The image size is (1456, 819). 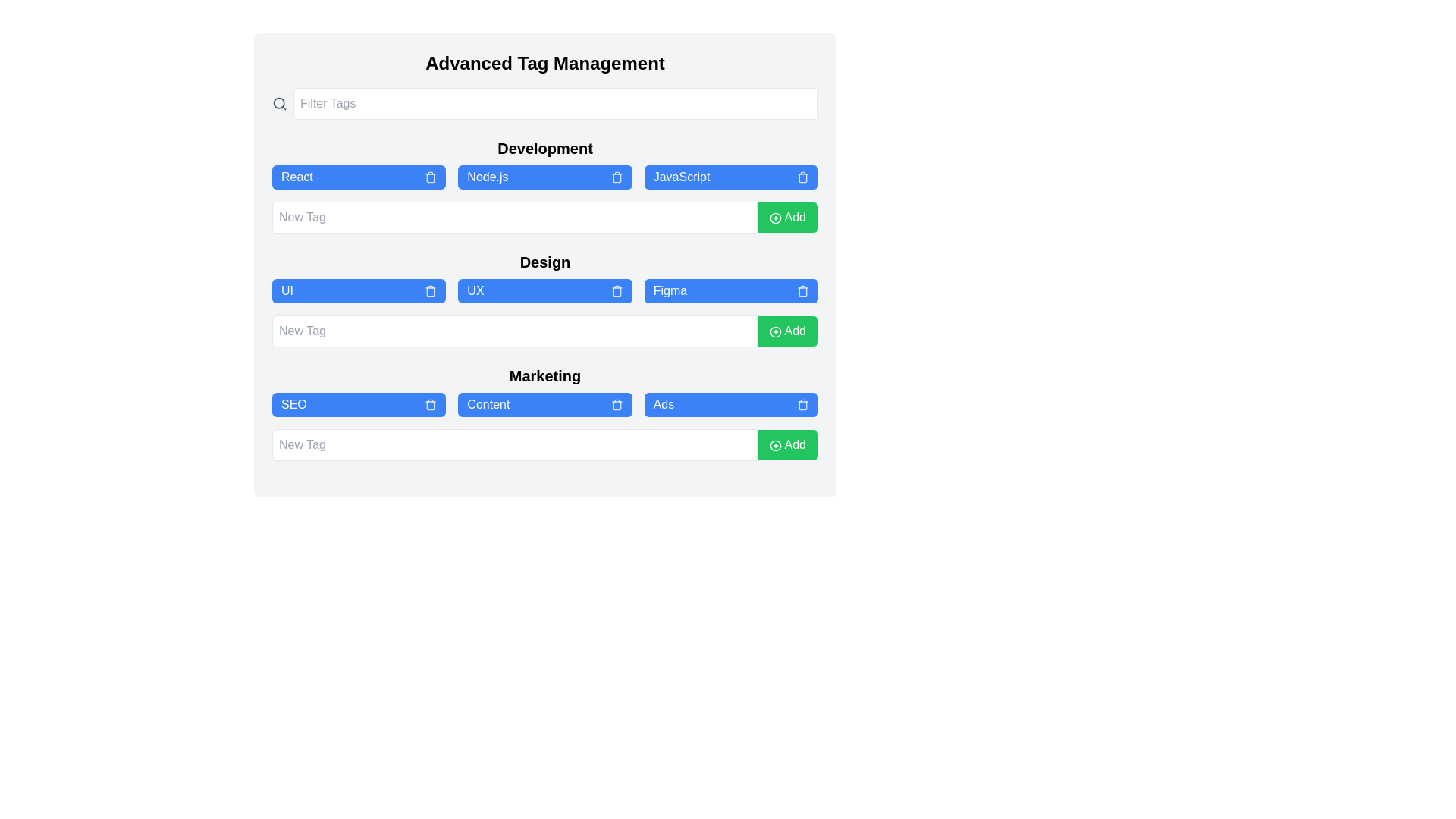 I want to click on the 'JavaScript' tag button located in the 'Development' section of the grid layout, so click(x=731, y=177).